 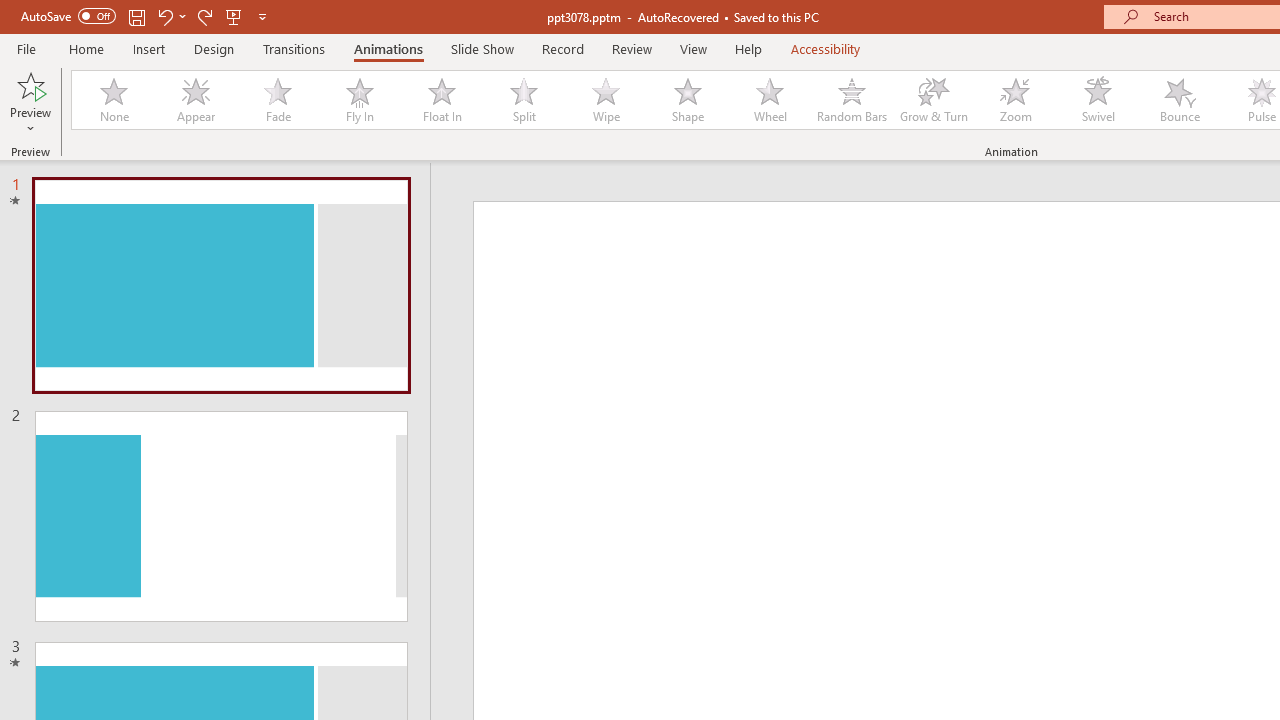 What do you see at coordinates (852, 100) in the screenshot?
I see `'Random Bars'` at bounding box center [852, 100].